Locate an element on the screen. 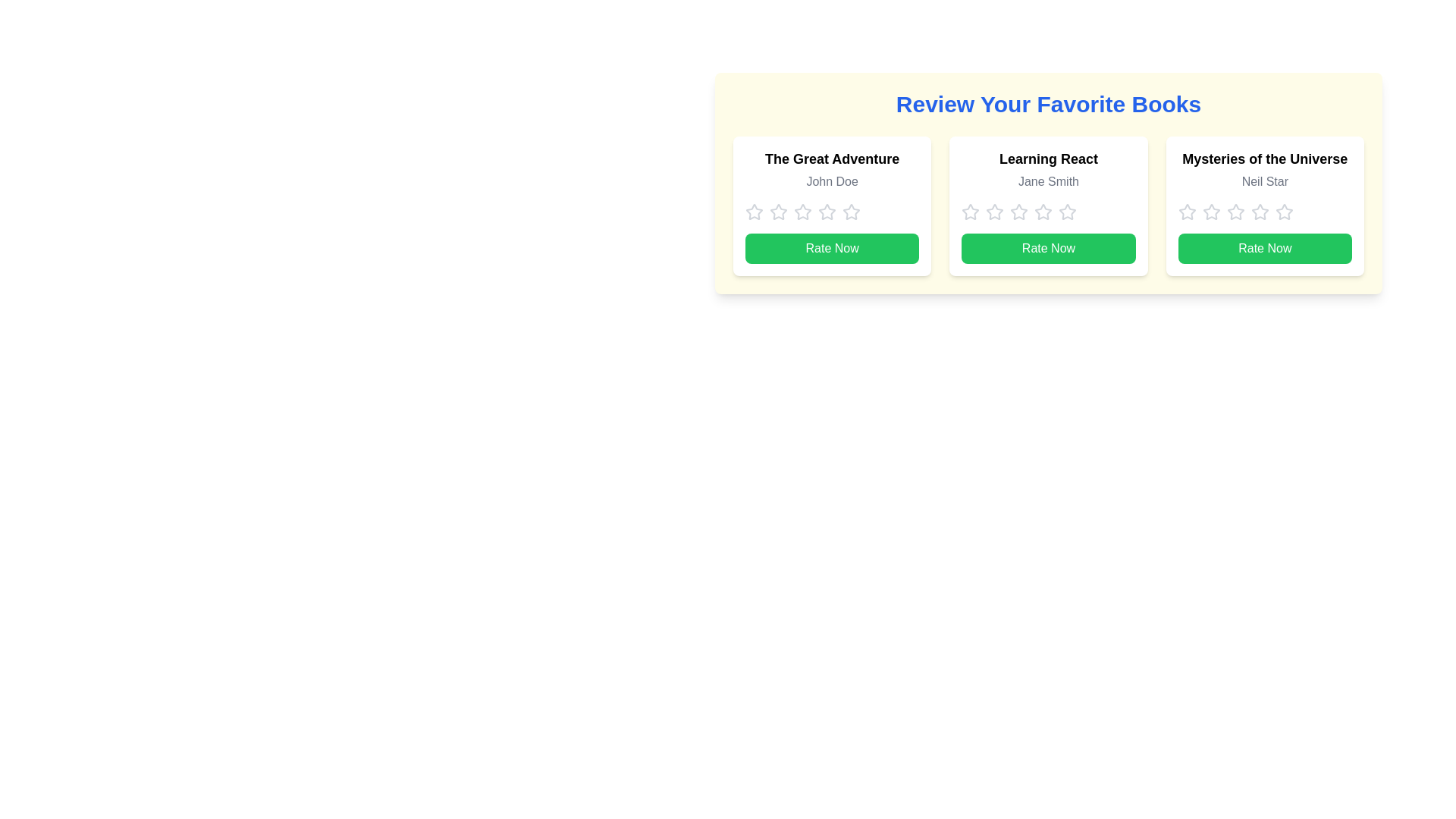 The width and height of the screenshot is (1456, 819). the star rating in the interactive card for 'The Great Adventure' is located at coordinates (831, 206).